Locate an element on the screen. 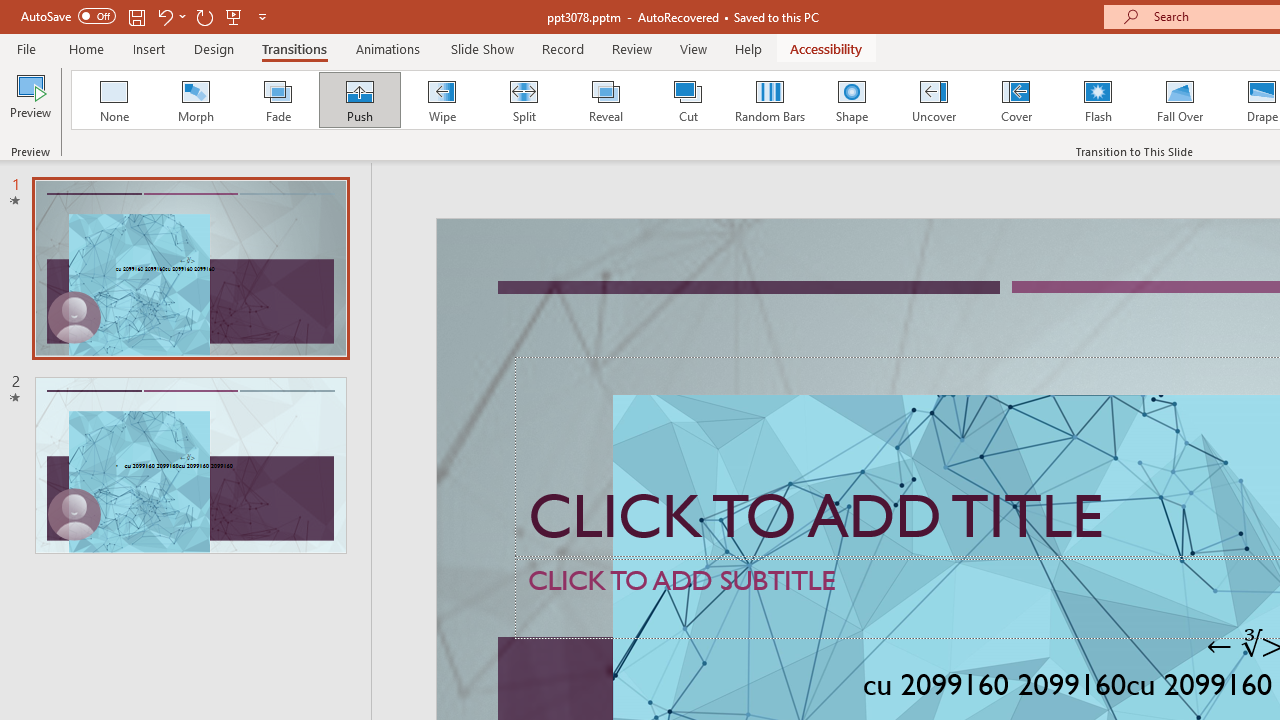  'Random Bars' is located at coordinates (769, 100).